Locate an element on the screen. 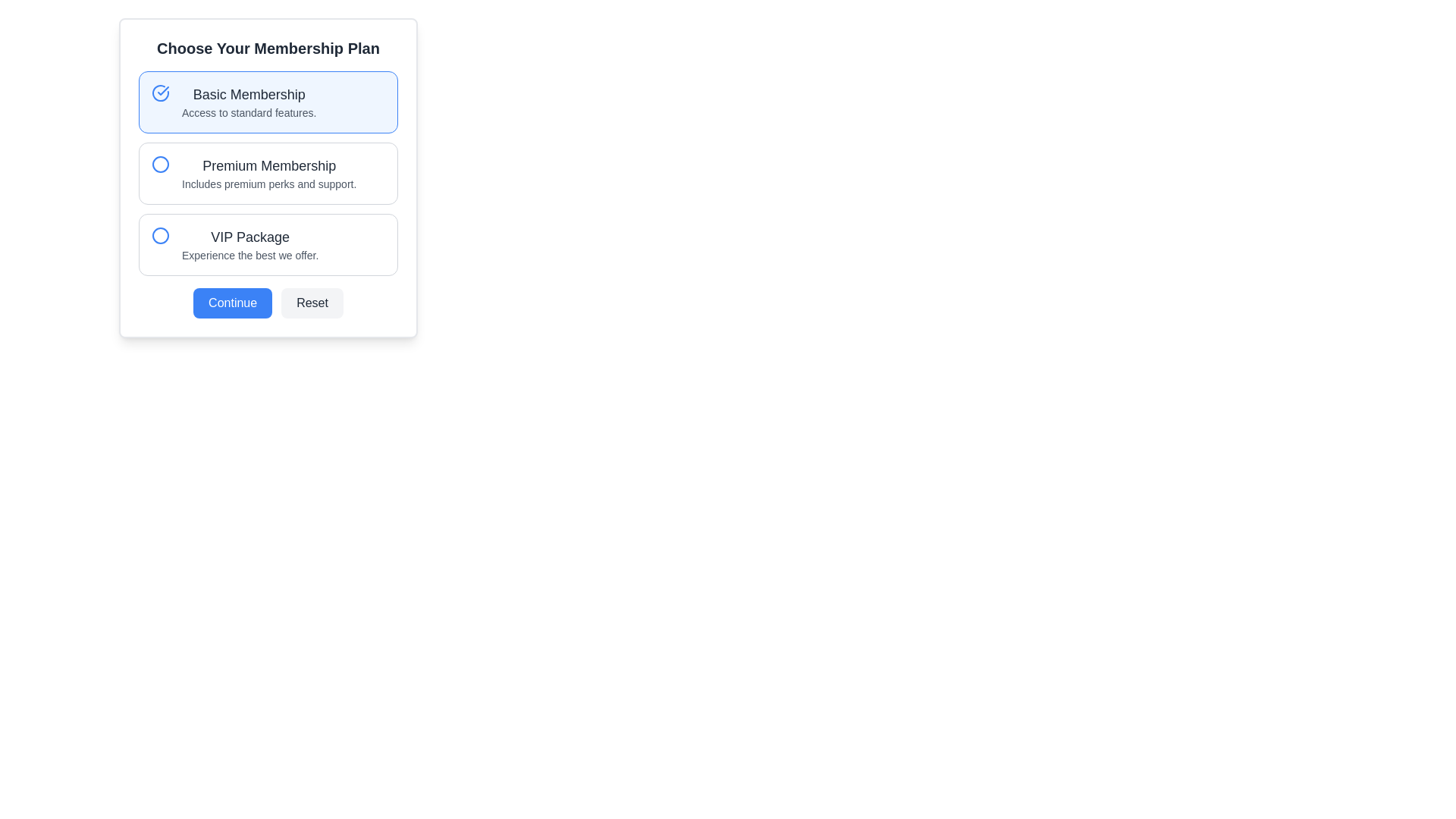 The image size is (1456, 819). the static text label that displays 'Basic Membership', which is positioned at the top-center of the membership selection card is located at coordinates (249, 94).